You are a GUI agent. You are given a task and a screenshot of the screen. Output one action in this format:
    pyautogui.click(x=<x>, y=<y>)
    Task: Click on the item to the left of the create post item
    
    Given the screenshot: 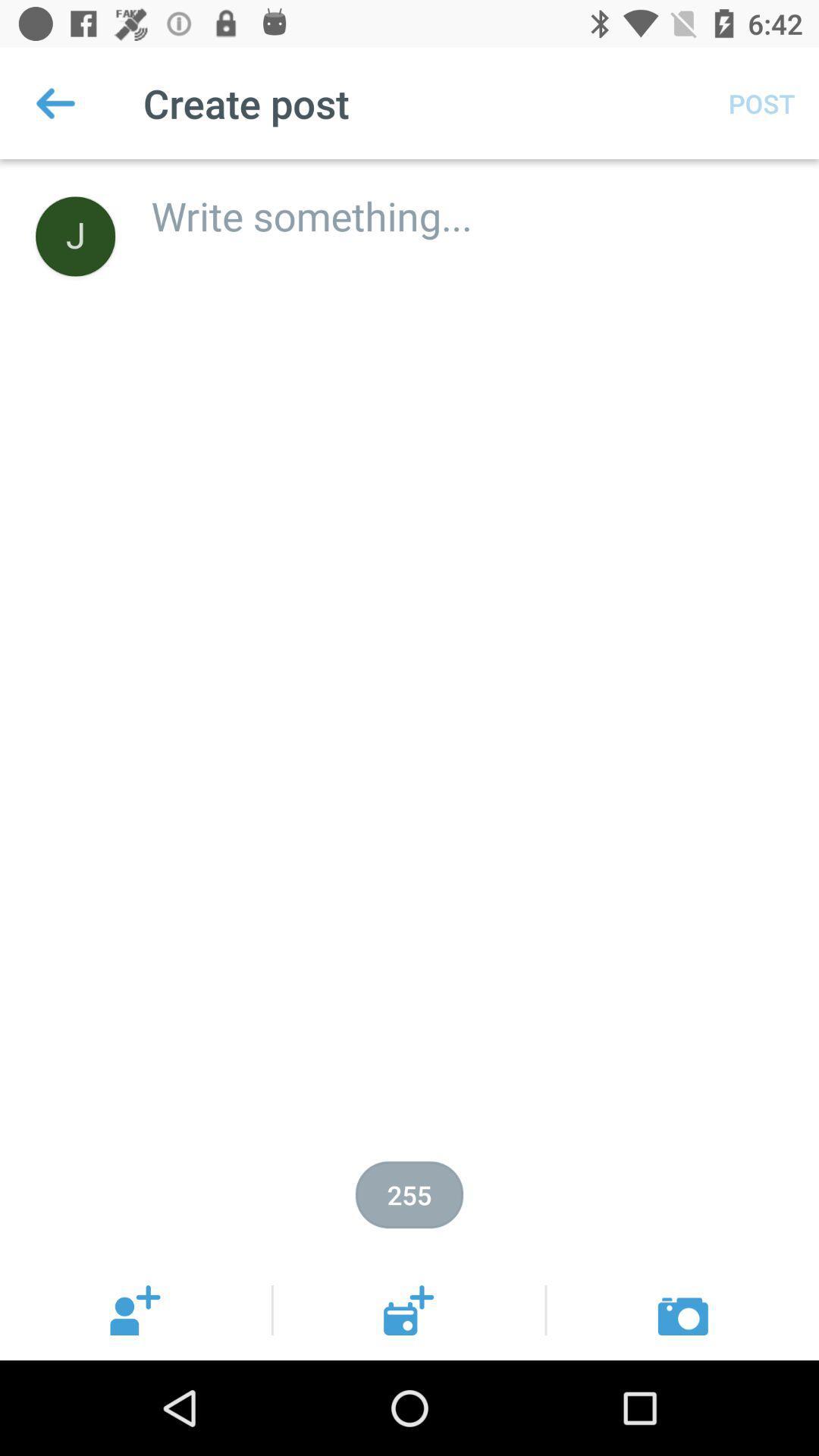 What is the action you would take?
    pyautogui.click(x=55, y=102)
    